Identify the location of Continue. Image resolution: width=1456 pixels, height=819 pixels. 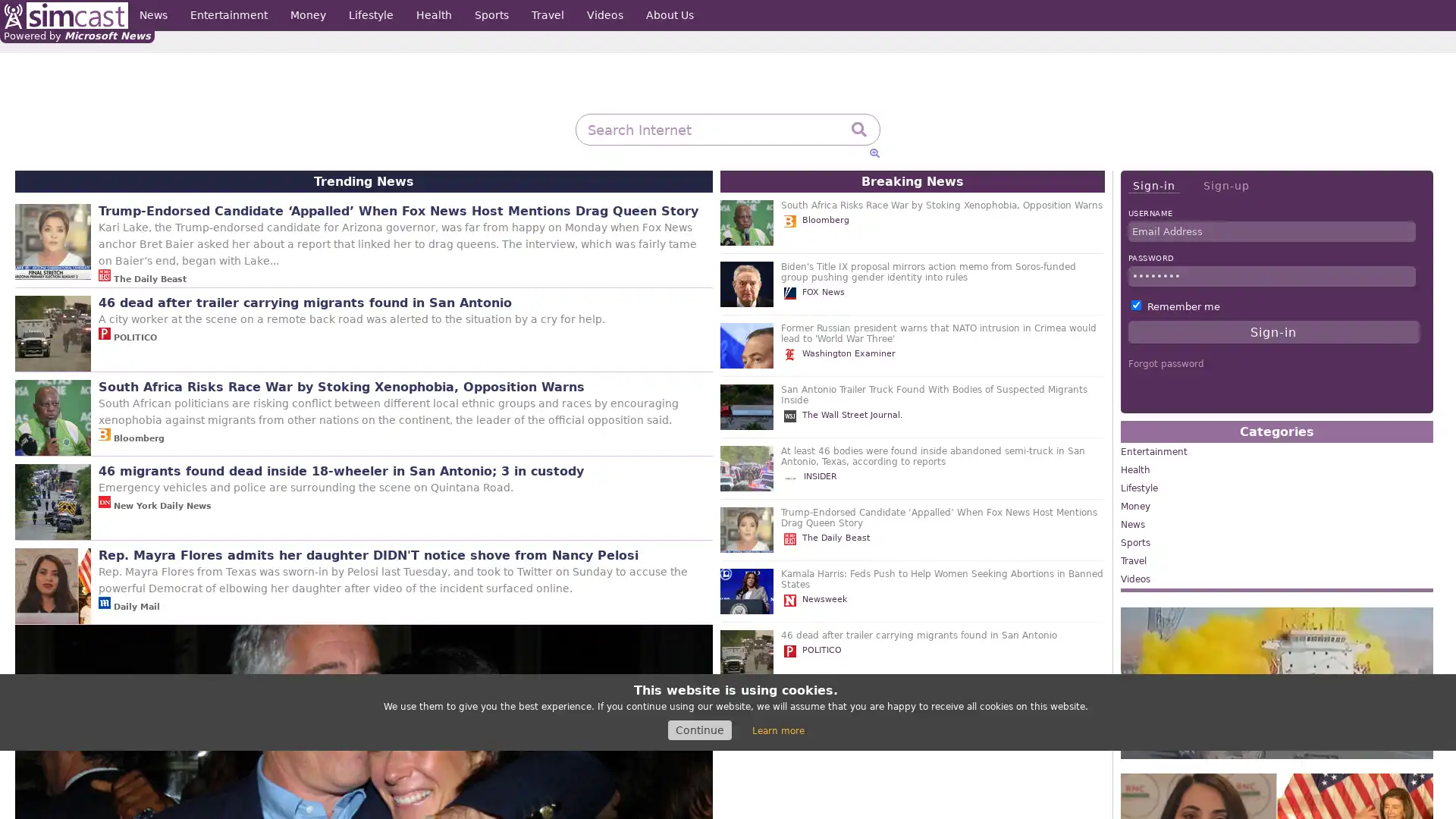
(698, 730).